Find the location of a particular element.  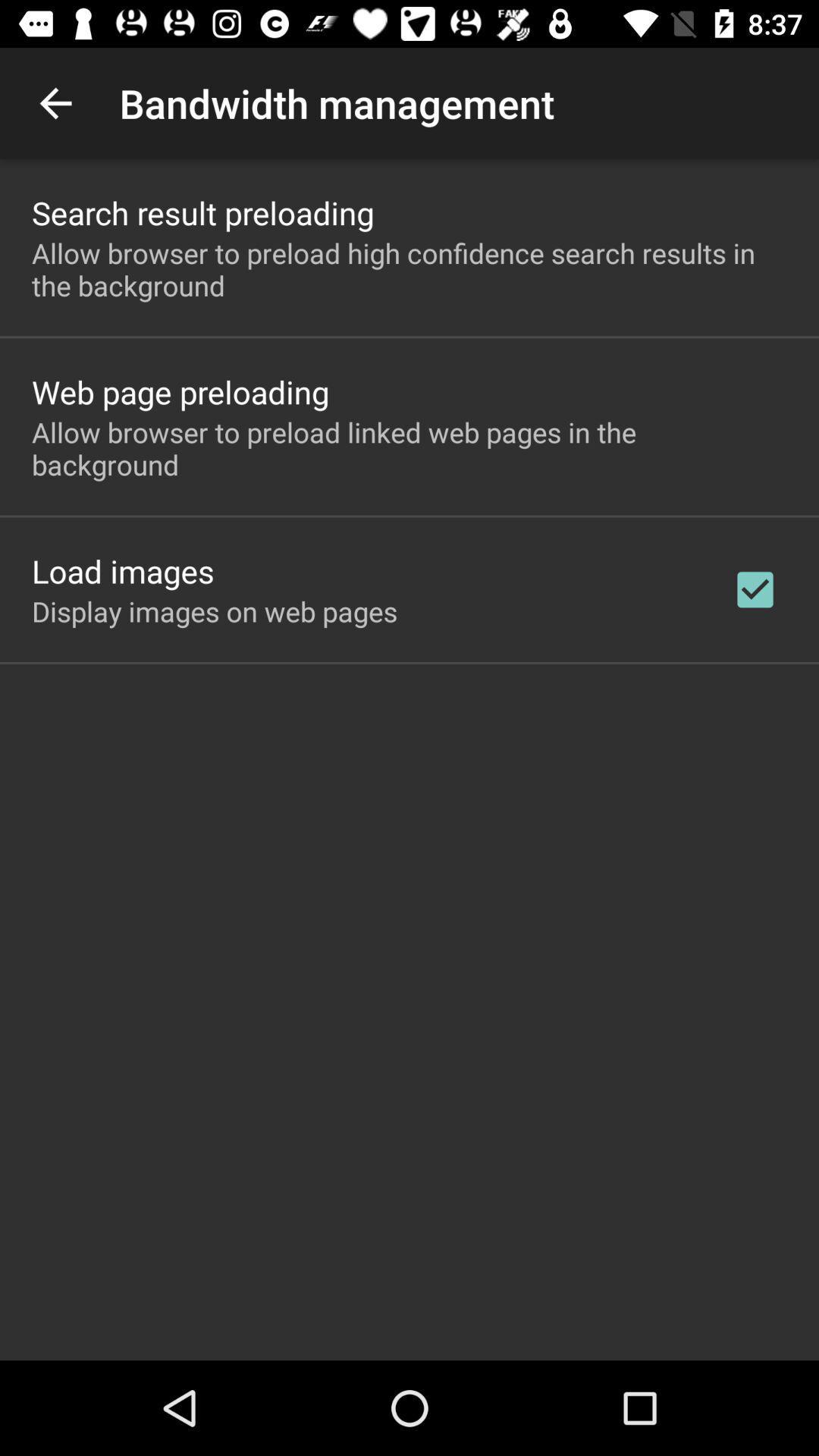

the app next to the display images on is located at coordinates (755, 588).